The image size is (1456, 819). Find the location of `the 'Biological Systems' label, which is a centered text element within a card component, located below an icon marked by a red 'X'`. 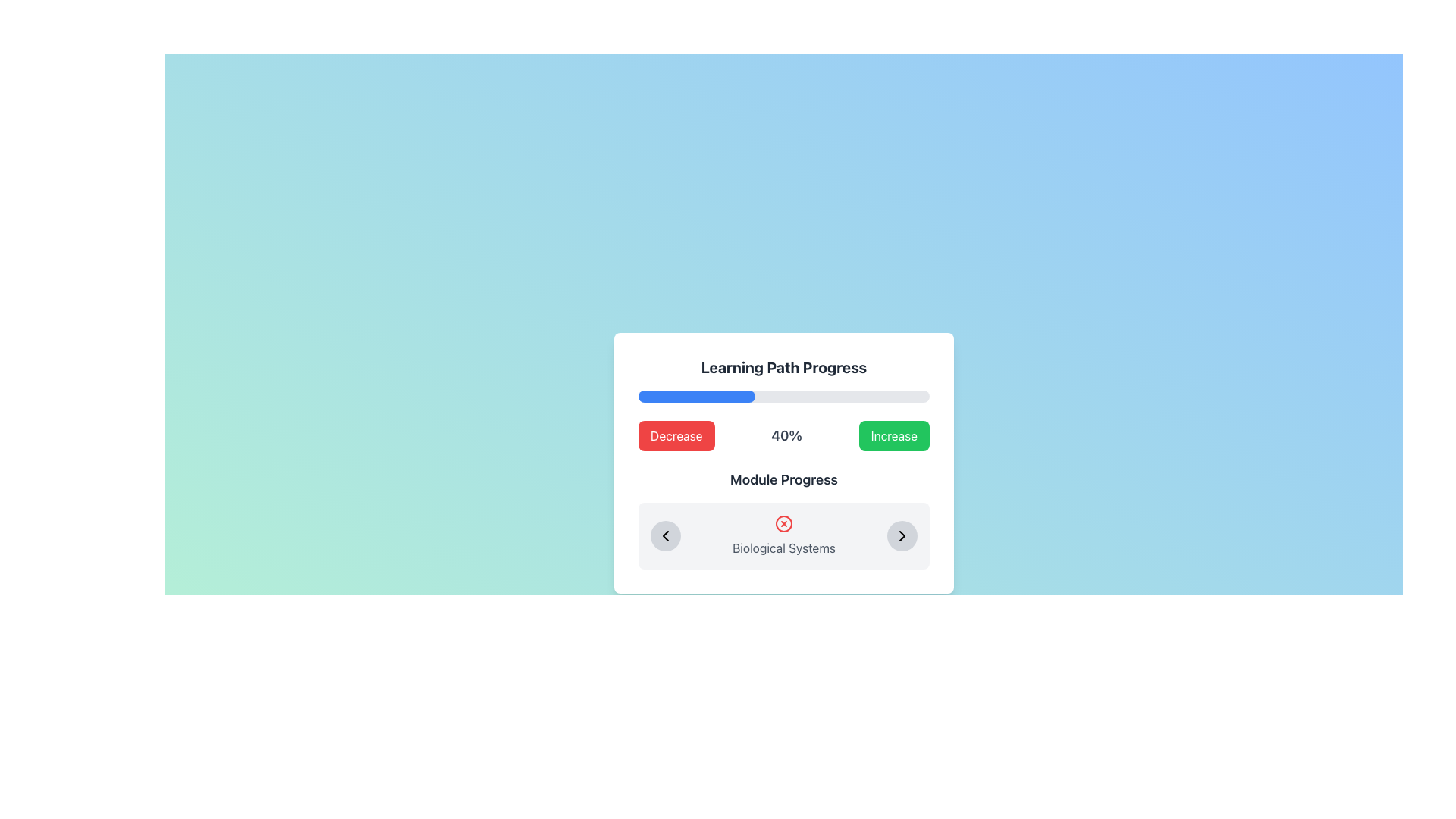

the 'Biological Systems' label, which is a centered text element within a card component, located below an icon marked by a red 'X' is located at coordinates (783, 535).